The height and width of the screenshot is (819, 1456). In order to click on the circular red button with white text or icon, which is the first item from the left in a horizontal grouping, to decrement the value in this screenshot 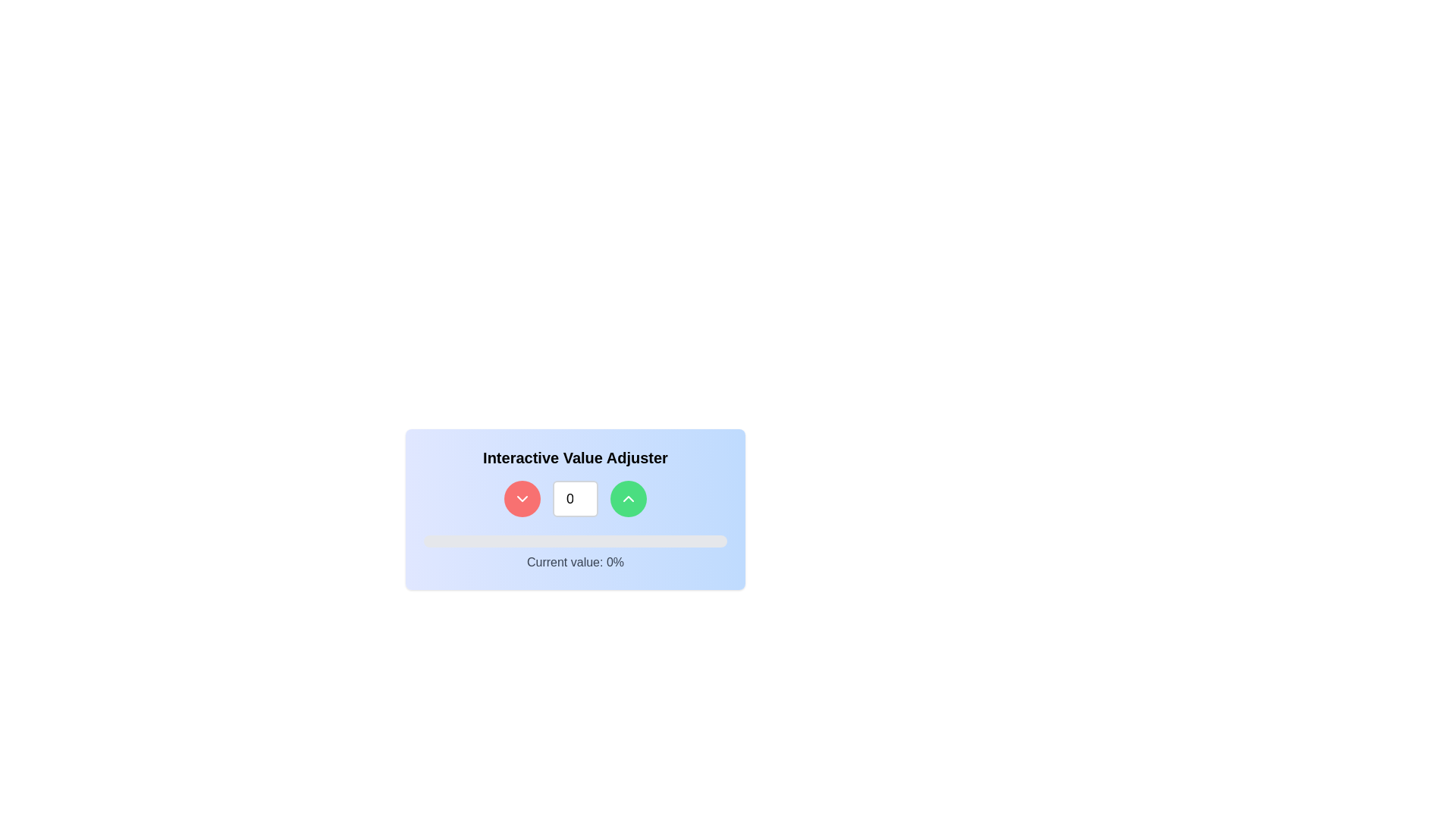, I will do `click(522, 499)`.